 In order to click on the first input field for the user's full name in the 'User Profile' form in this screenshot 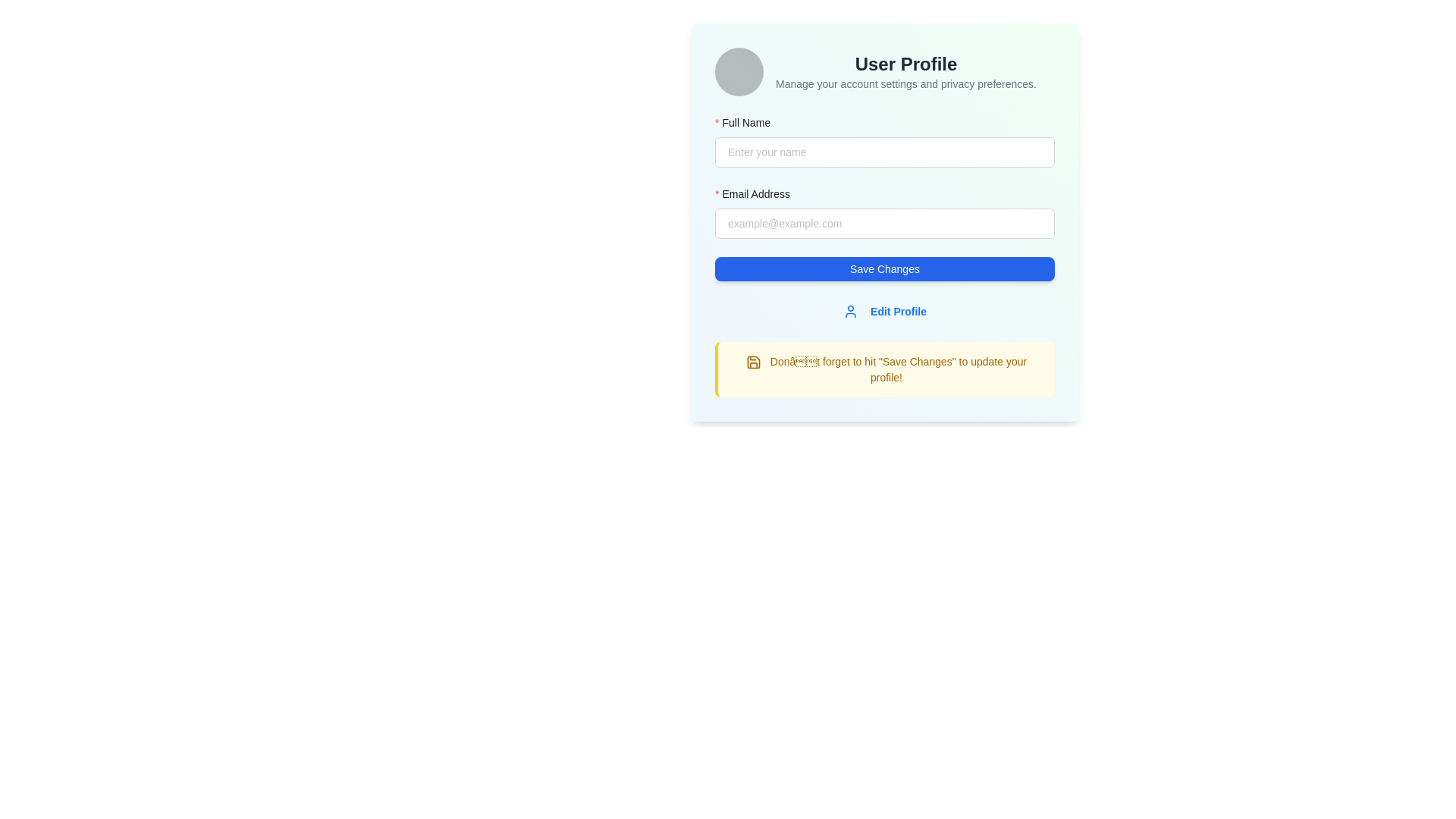, I will do `click(884, 140)`.